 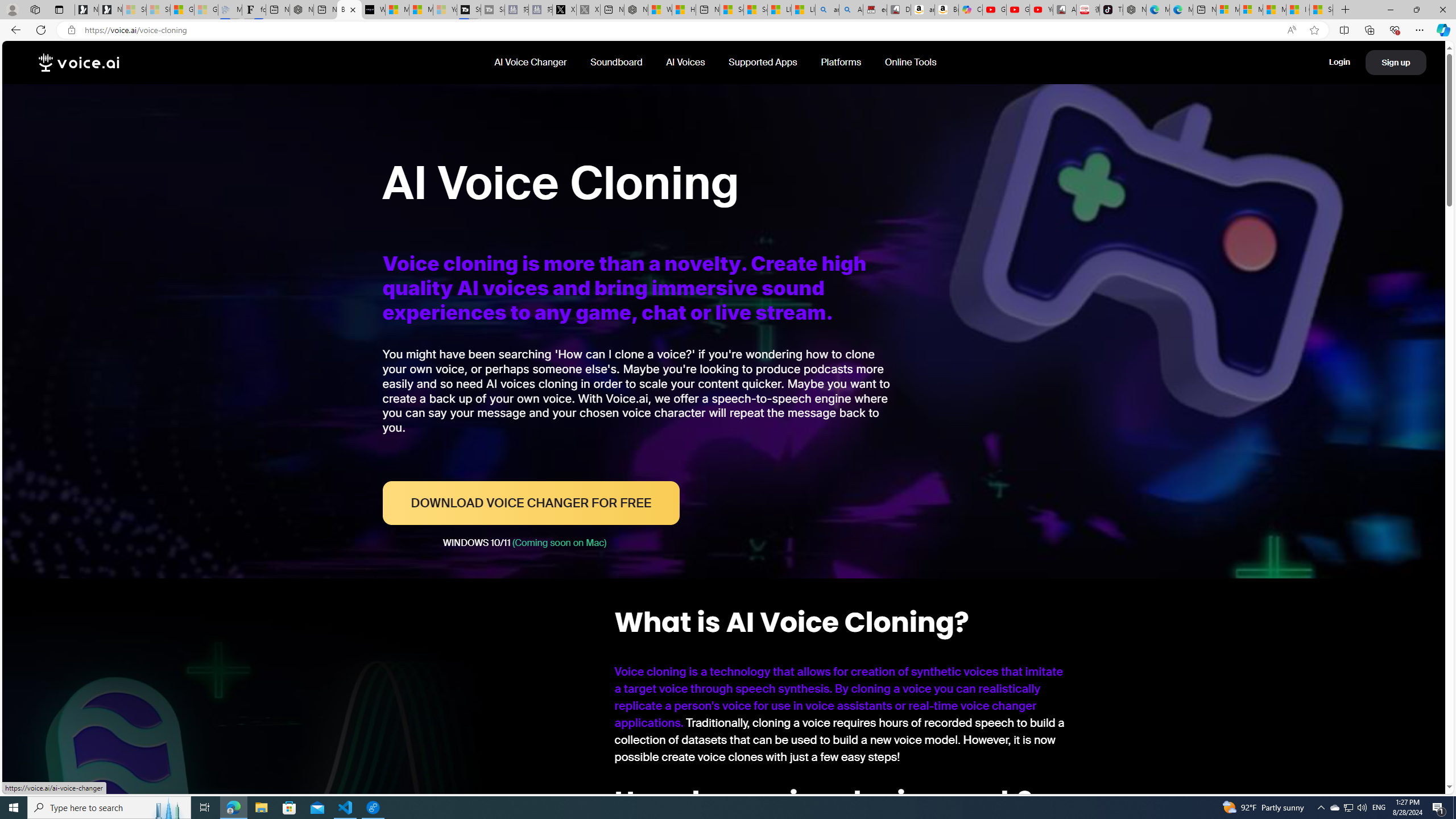 I want to click on 'Best AI Voice Cloning Software For Free - Voice.AI', so click(x=350, y=9).